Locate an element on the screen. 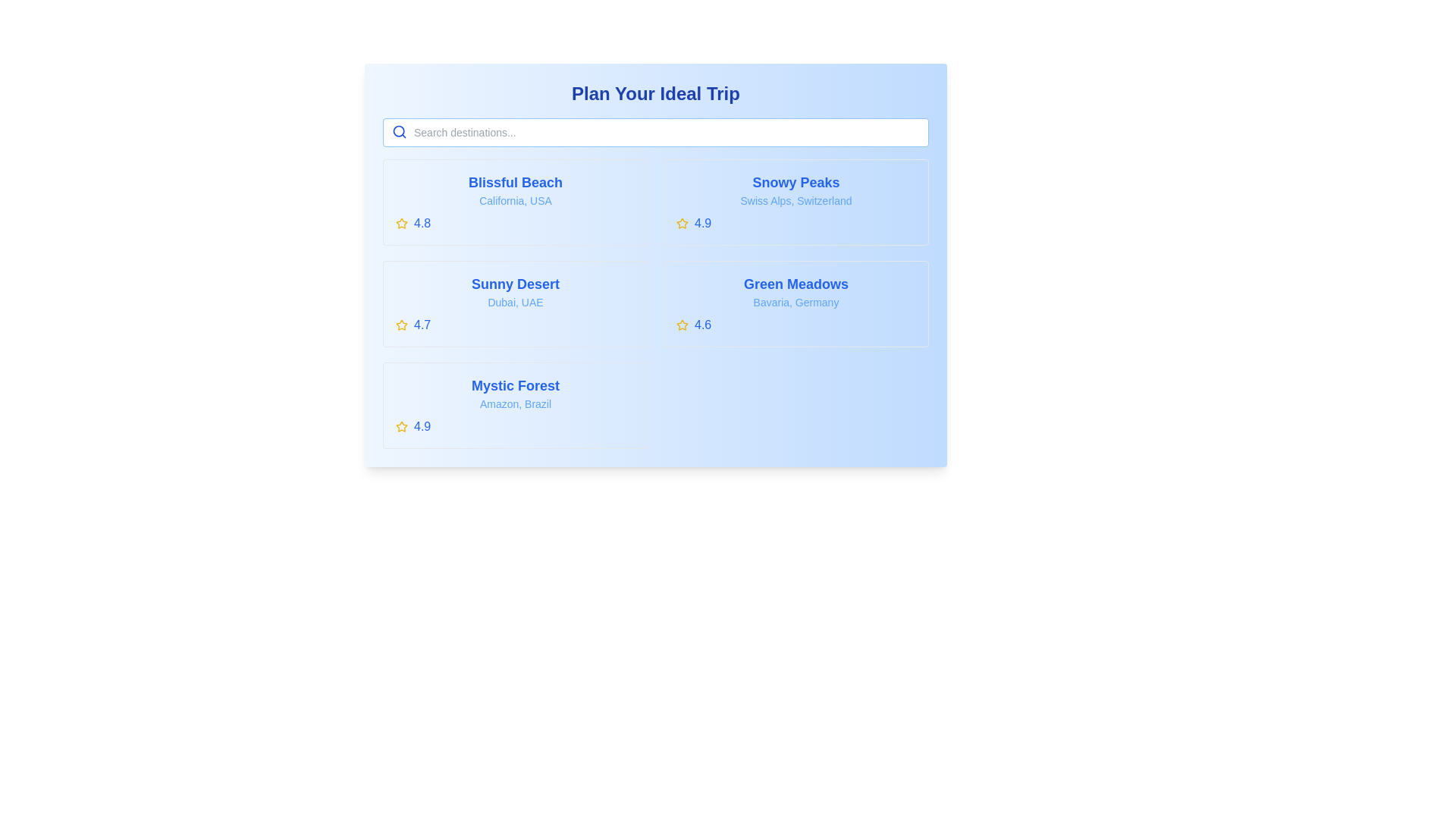  the star icon located to the left of the numerical rating '4.8' in the 'Blissful Beach' section to interact with it is located at coordinates (401, 223).